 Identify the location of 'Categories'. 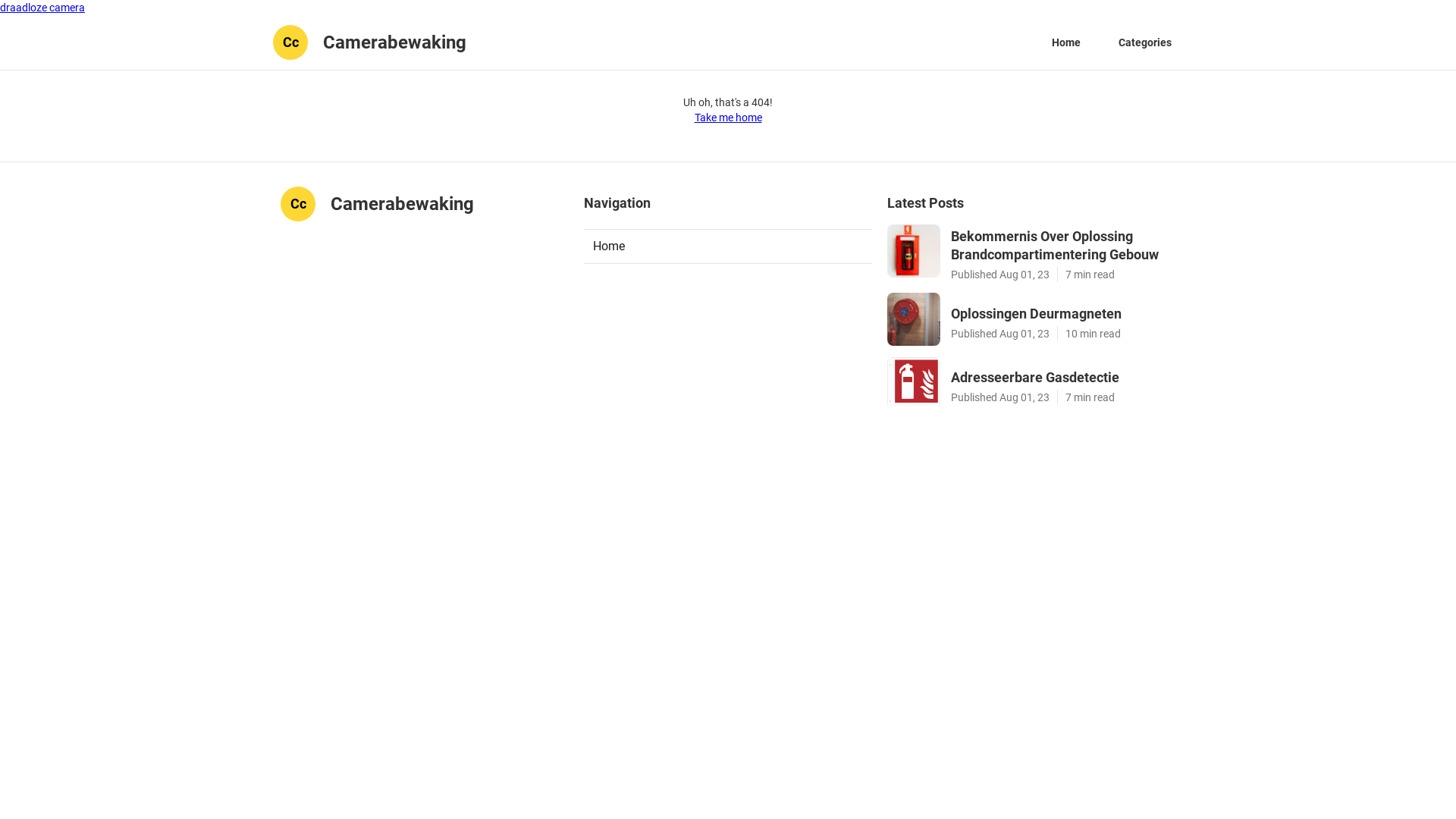
(1145, 42).